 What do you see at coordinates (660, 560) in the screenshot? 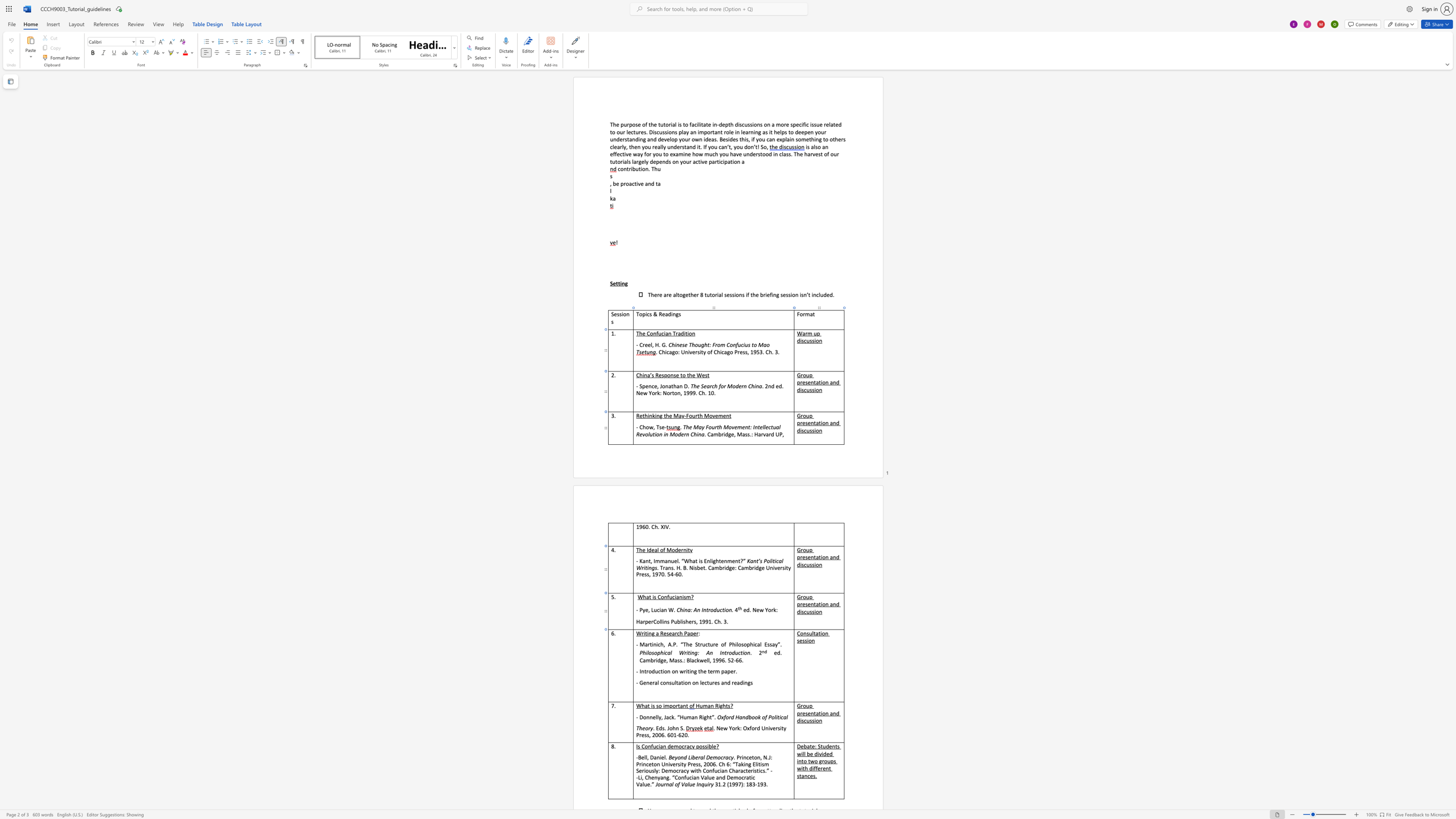
I see `the space between the continuous character "m" and "m" in the text` at bounding box center [660, 560].